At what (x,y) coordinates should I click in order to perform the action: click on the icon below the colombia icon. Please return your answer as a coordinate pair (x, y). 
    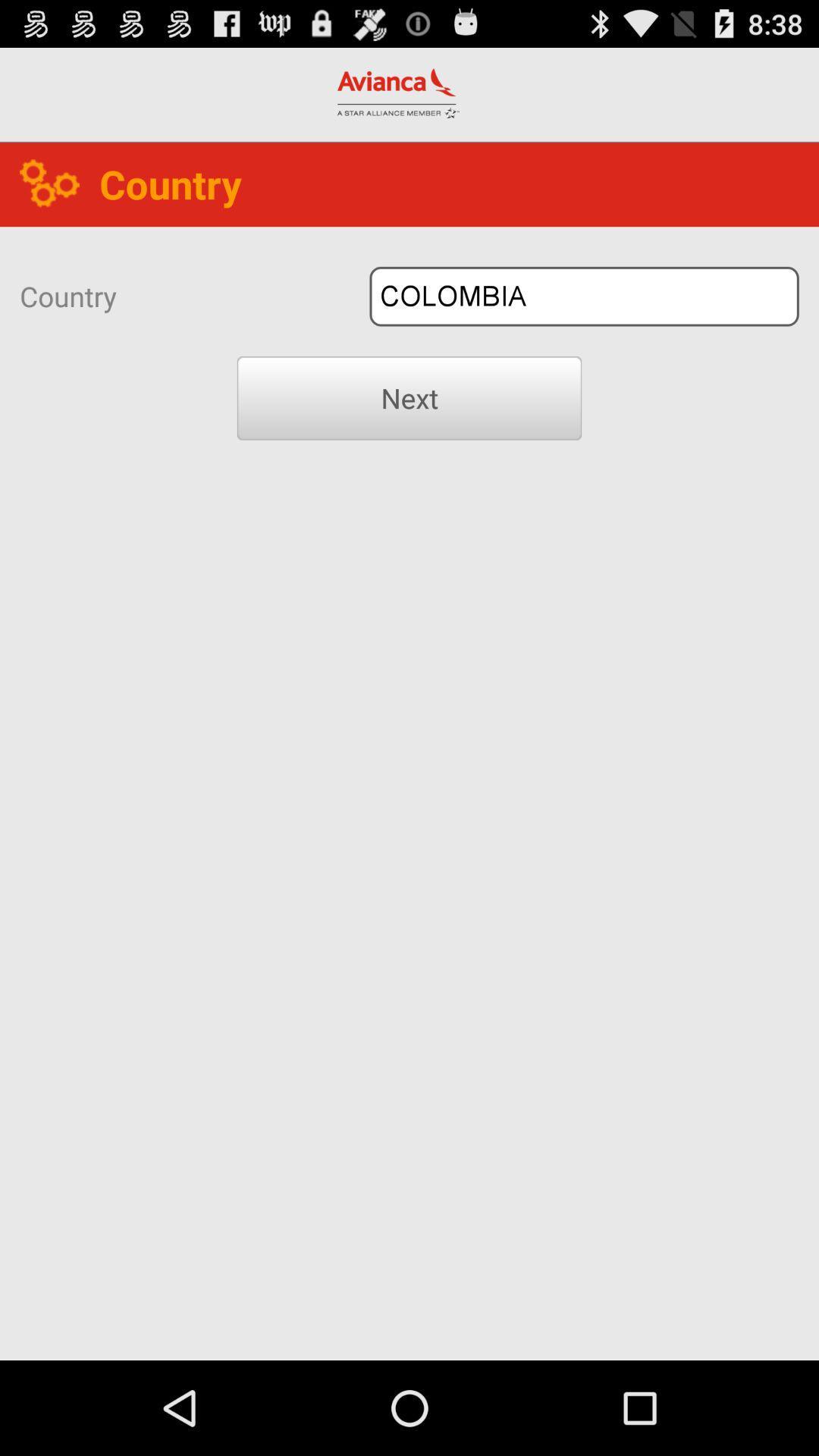
    Looking at the image, I should click on (409, 398).